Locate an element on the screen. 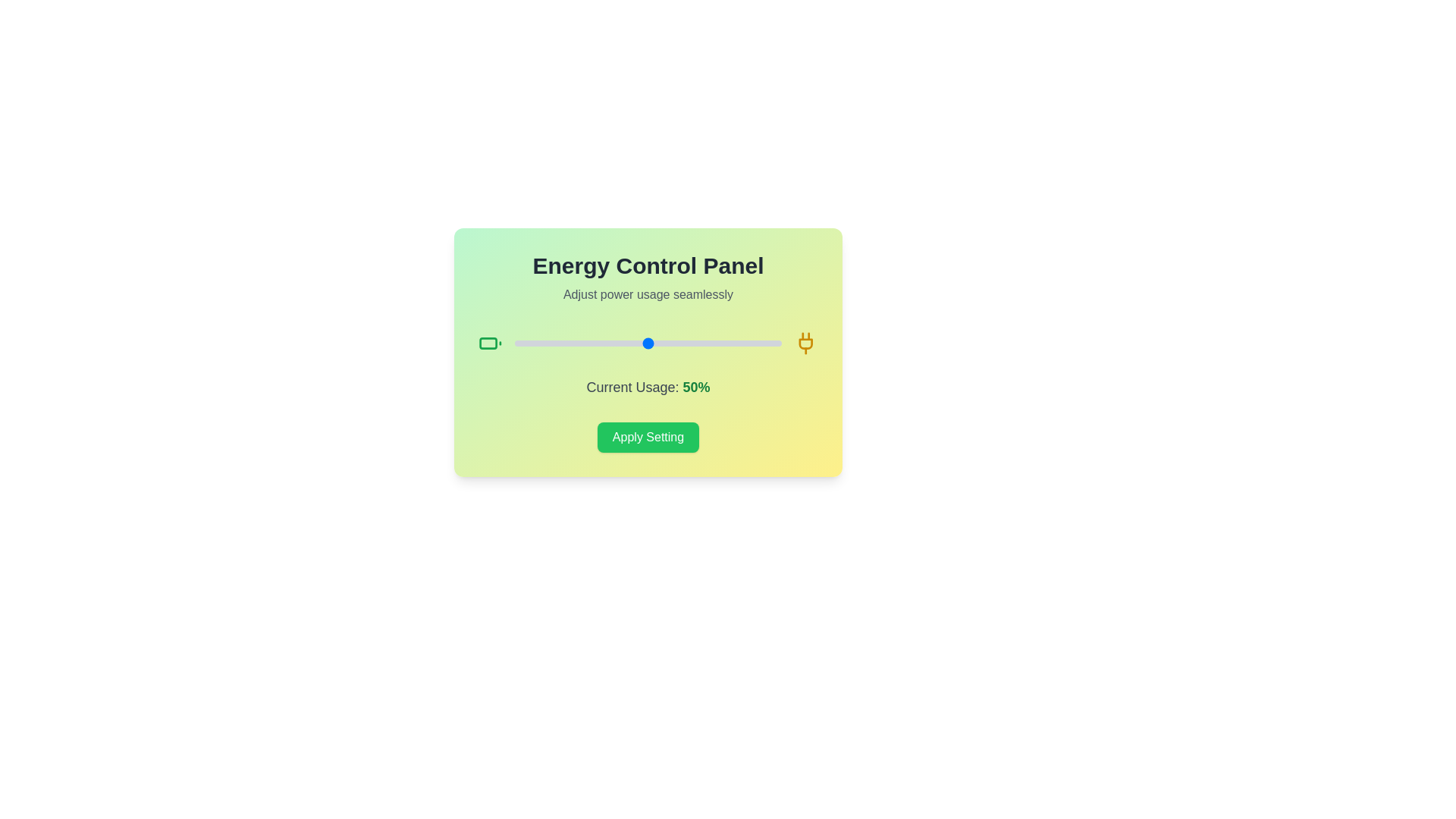 The width and height of the screenshot is (1456, 819). the non-interactive label displaying the current usage percentage ('Current Usage: 50%') located in the center-bottom area of the Energy Control Panel is located at coordinates (695, 386).